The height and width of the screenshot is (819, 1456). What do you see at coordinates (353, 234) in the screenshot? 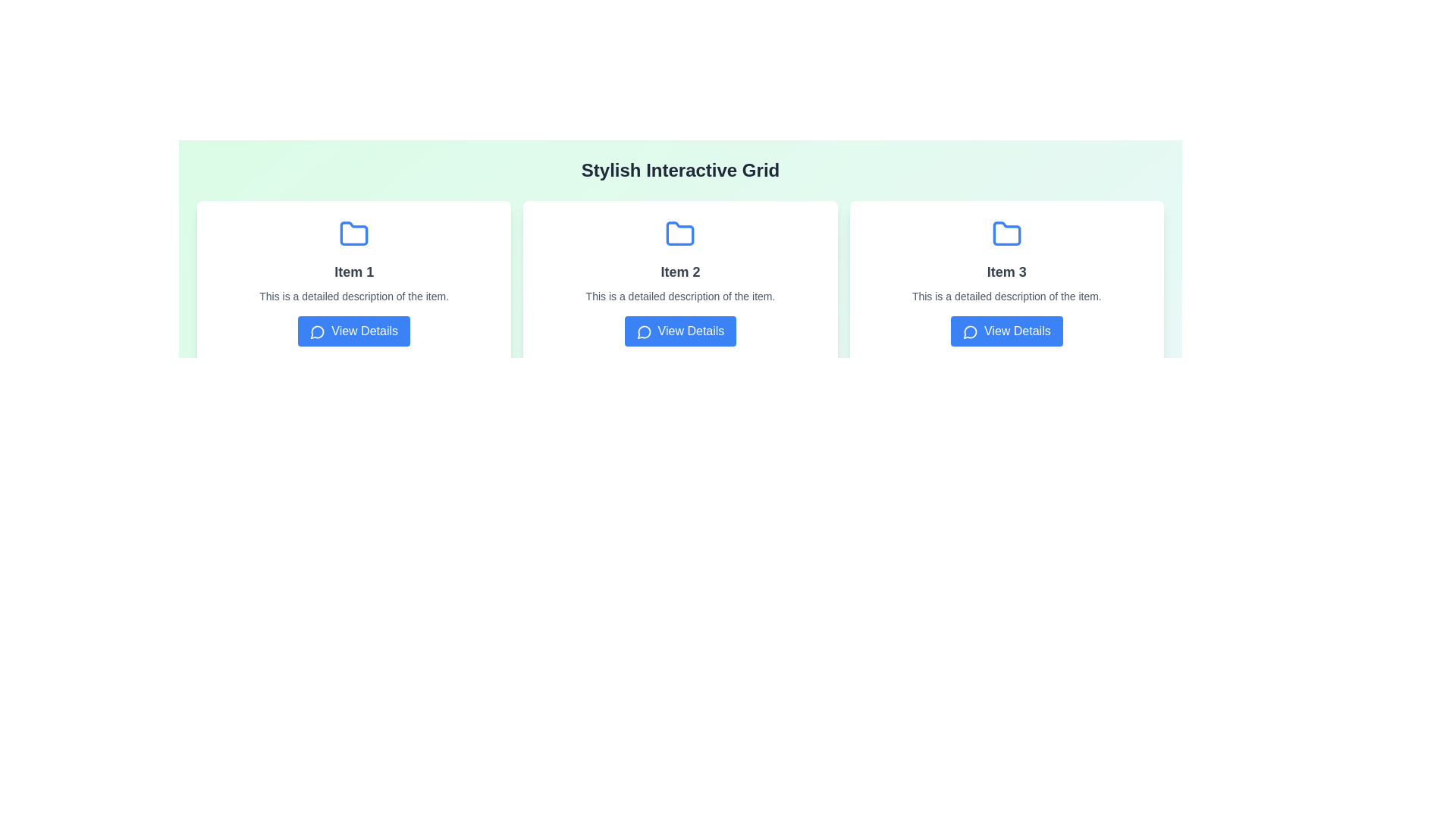
I see `the folder icon located at the top-center of the first card labeled 'Item 1', which enhances the usability and recognizability of the card content` at bounding box center [353, 234].